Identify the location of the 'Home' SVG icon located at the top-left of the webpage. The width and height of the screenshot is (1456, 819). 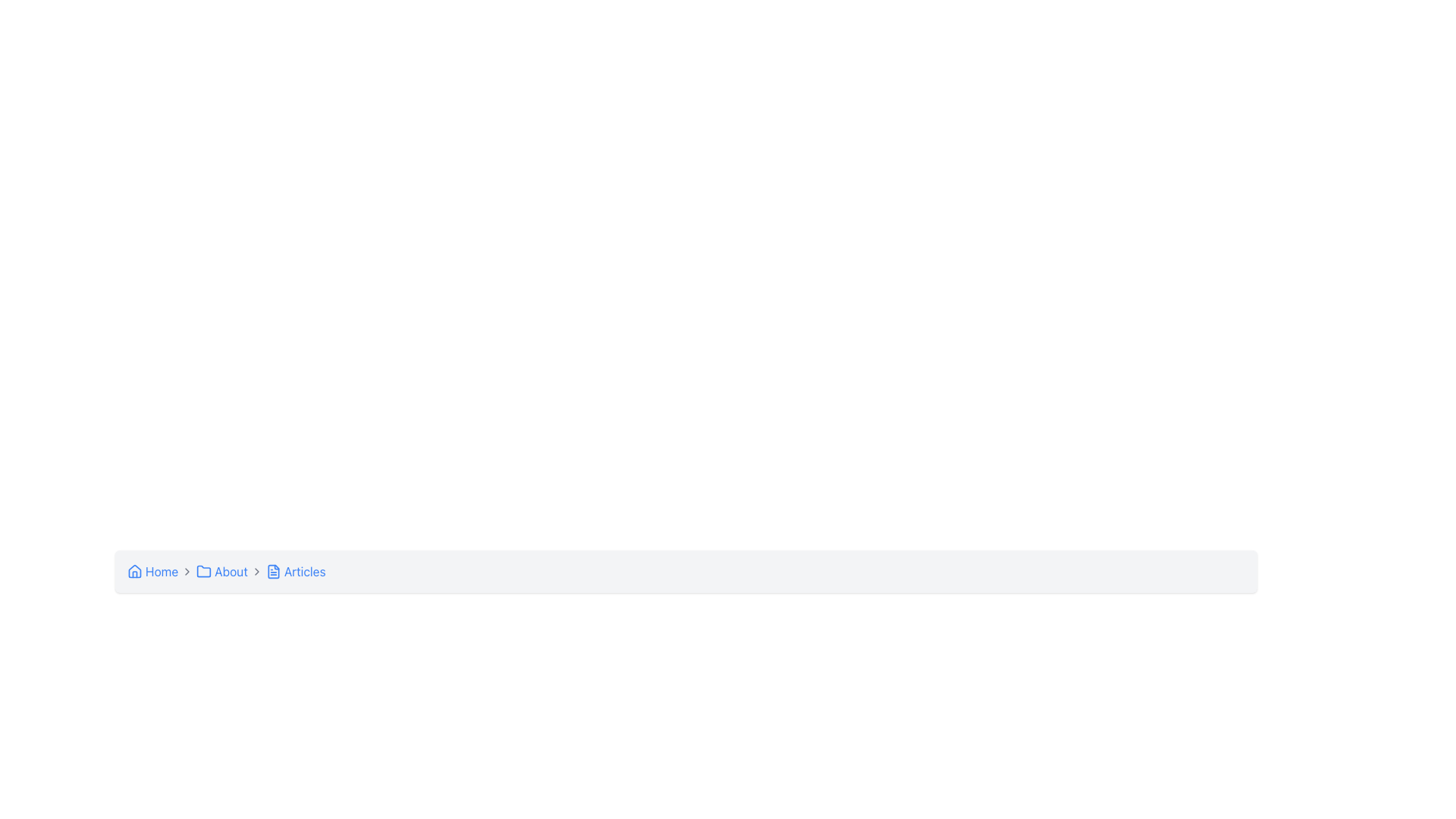
(134, 571).